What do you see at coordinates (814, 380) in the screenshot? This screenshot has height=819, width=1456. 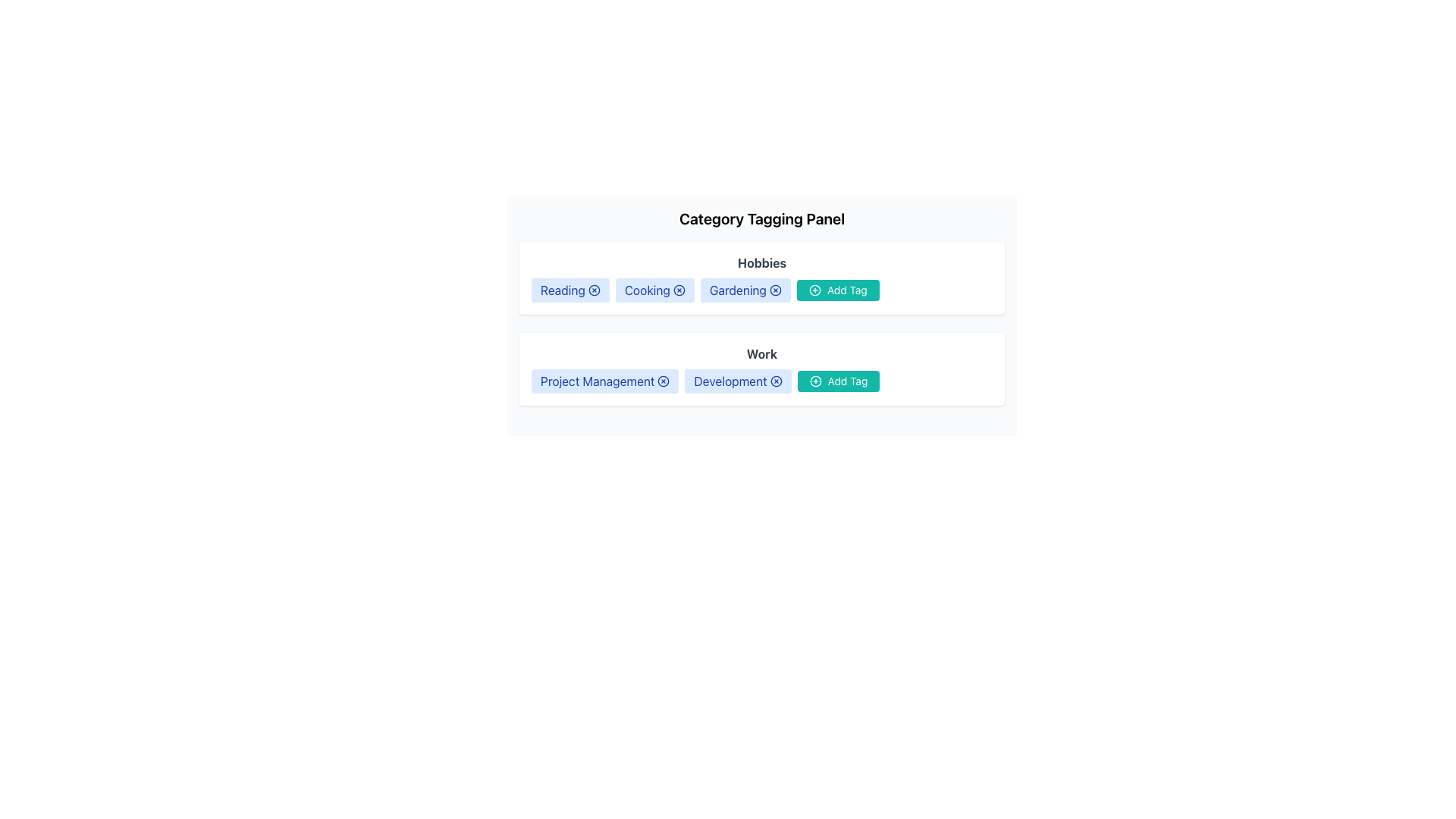 I see `the circular icon with a '+' symbol inside the 'Add Tag' button in the 'Work' category` at bounding box center [814, 380].